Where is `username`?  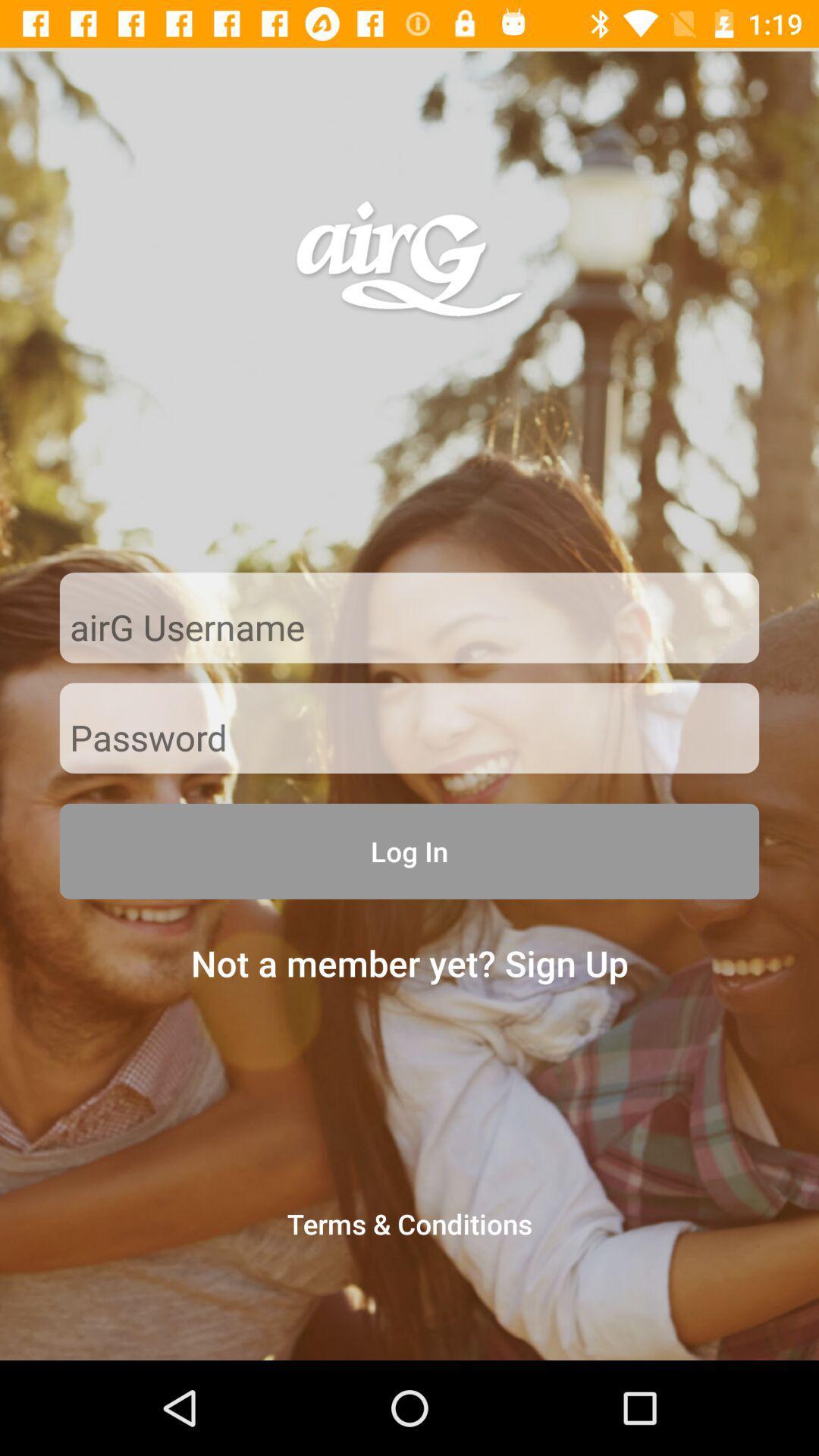 username is located at coordinates (409, 629).